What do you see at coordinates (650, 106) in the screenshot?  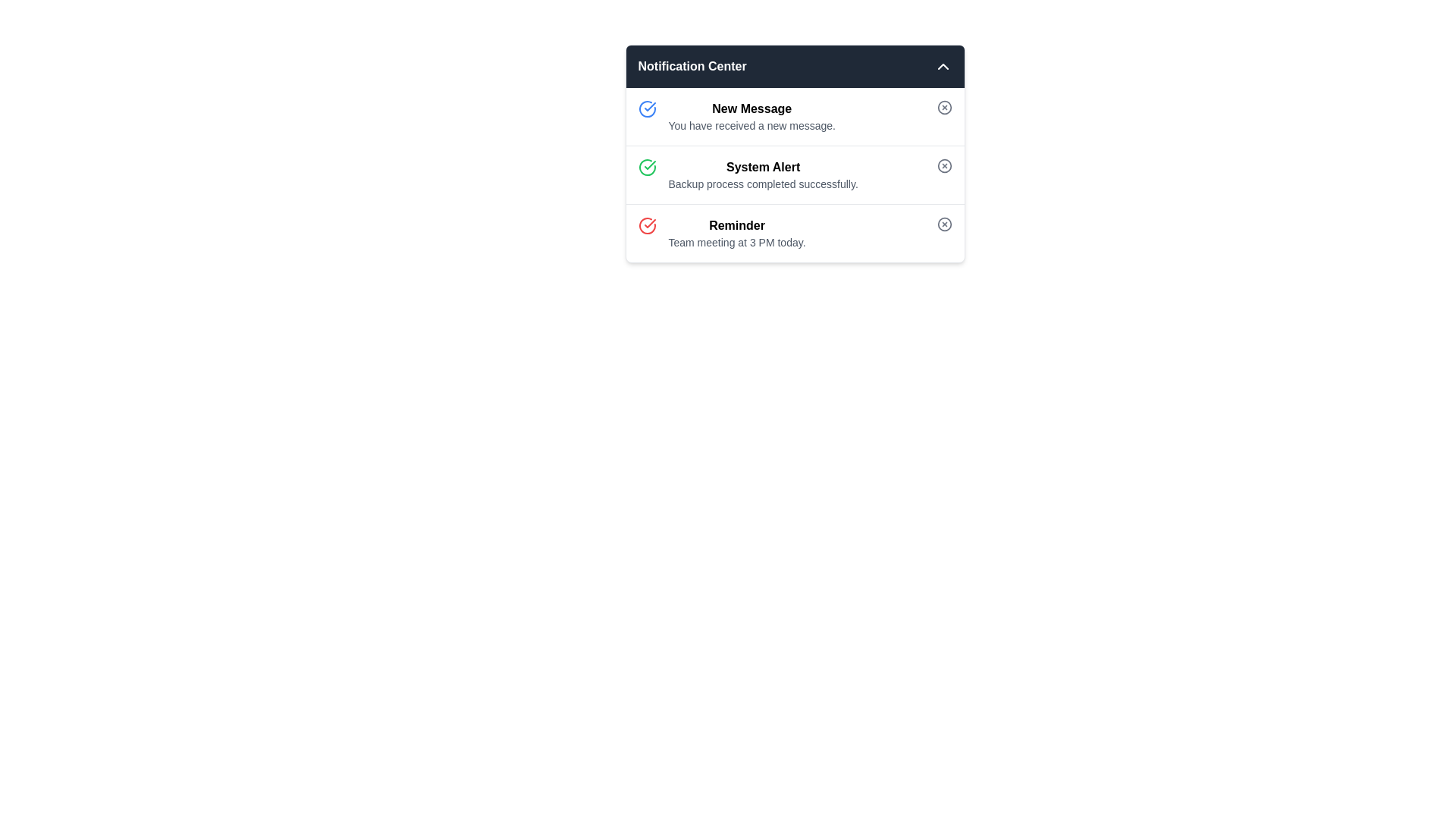 I see `the checkmark icon indicating a successful status for the 'System Alert' notification entry located in the Notification Center` at bounding box center [650, 106].